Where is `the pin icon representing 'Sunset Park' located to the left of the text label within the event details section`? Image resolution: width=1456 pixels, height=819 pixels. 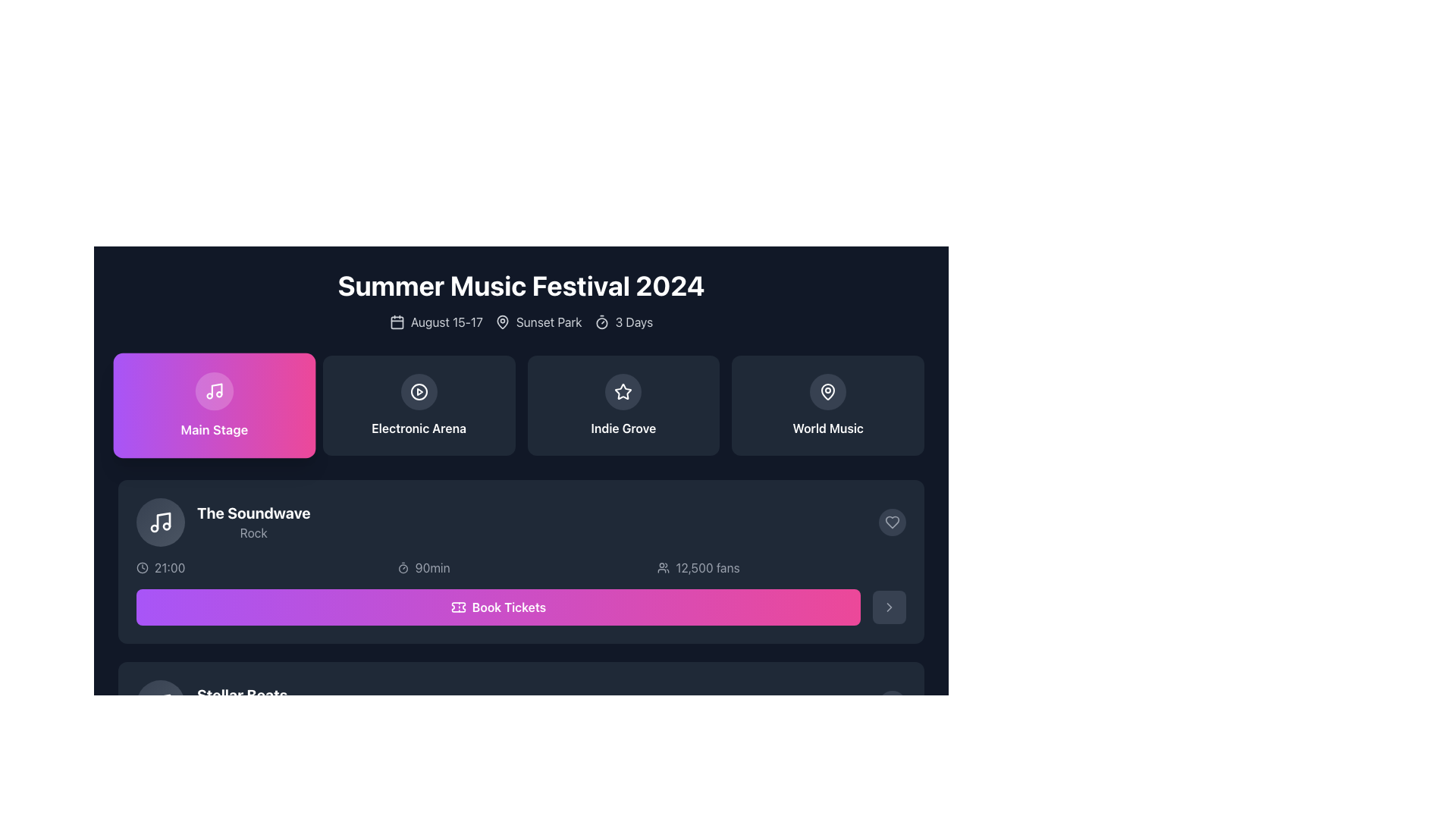 the pin icon representing 'Sunset Park' located to the left of the text label within the event details section is located at coordinates (502, 321).